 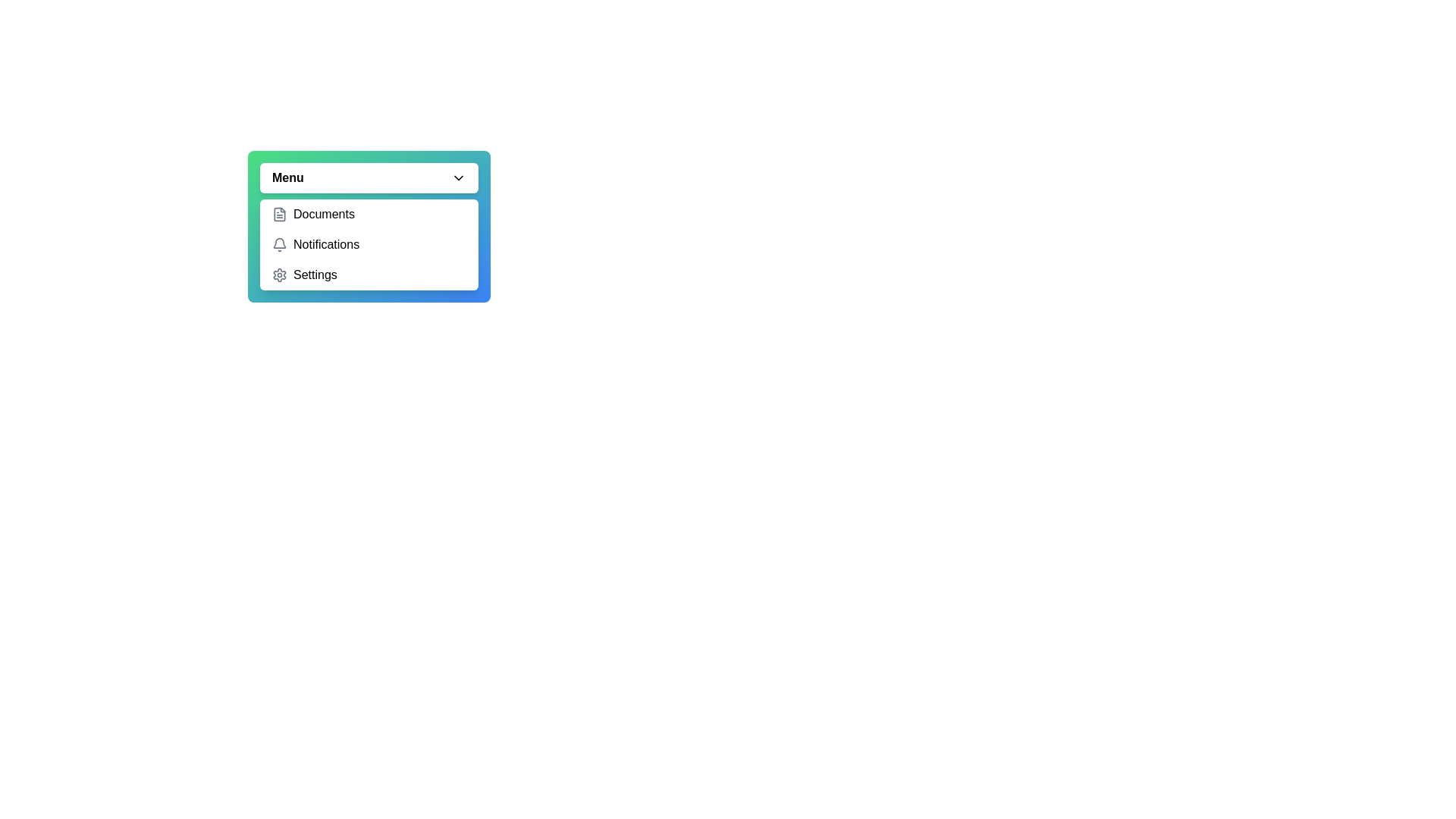 I want to click on the 'Notifications' menu item located directly beneath 'Documents' and above 'Settings' in a vertical menu structure, so click(x=369, y=244).